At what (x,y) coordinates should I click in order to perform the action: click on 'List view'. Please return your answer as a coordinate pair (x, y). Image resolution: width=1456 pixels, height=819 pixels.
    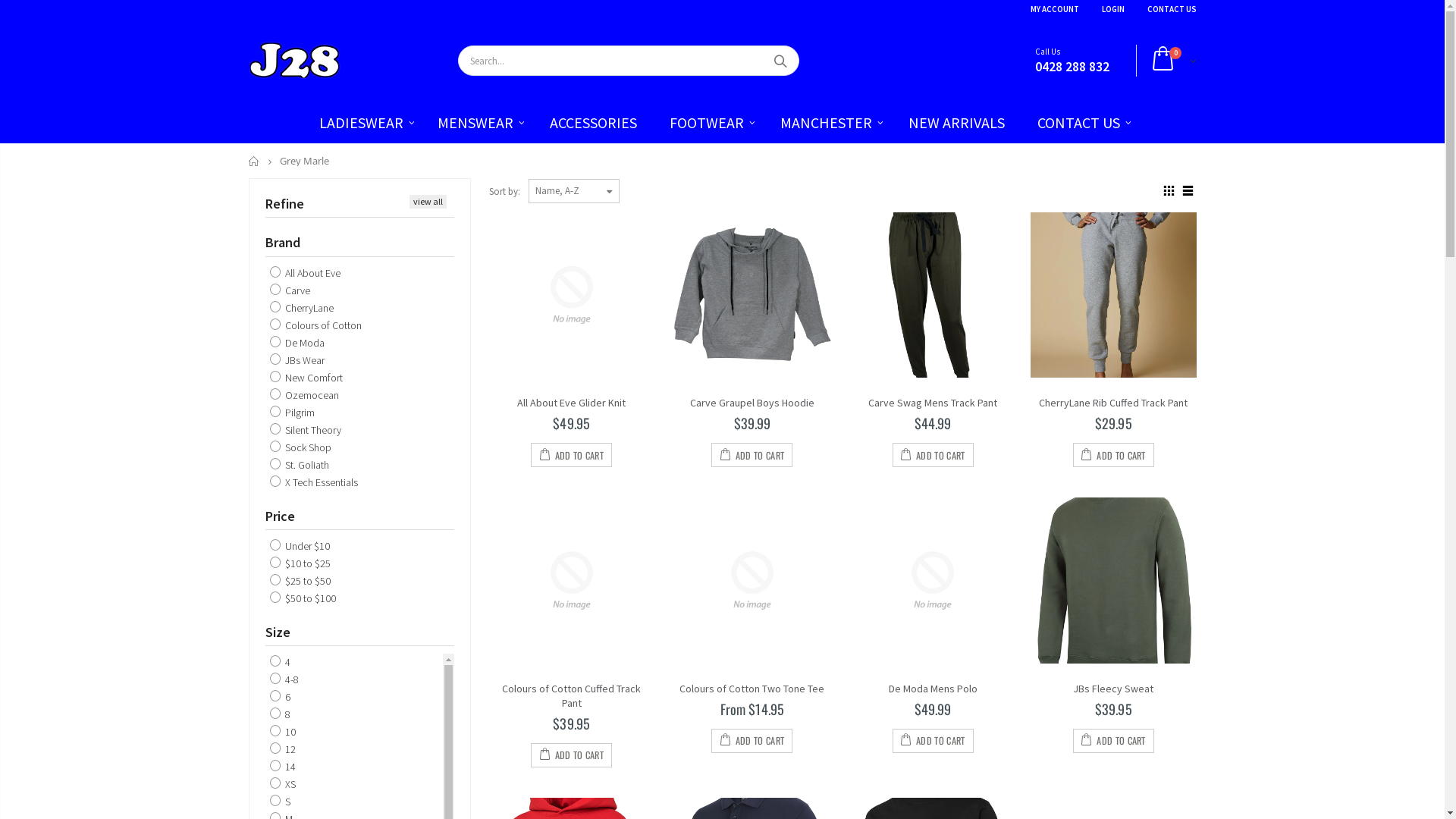
    Looking at the image, I should click on (1187, 190).